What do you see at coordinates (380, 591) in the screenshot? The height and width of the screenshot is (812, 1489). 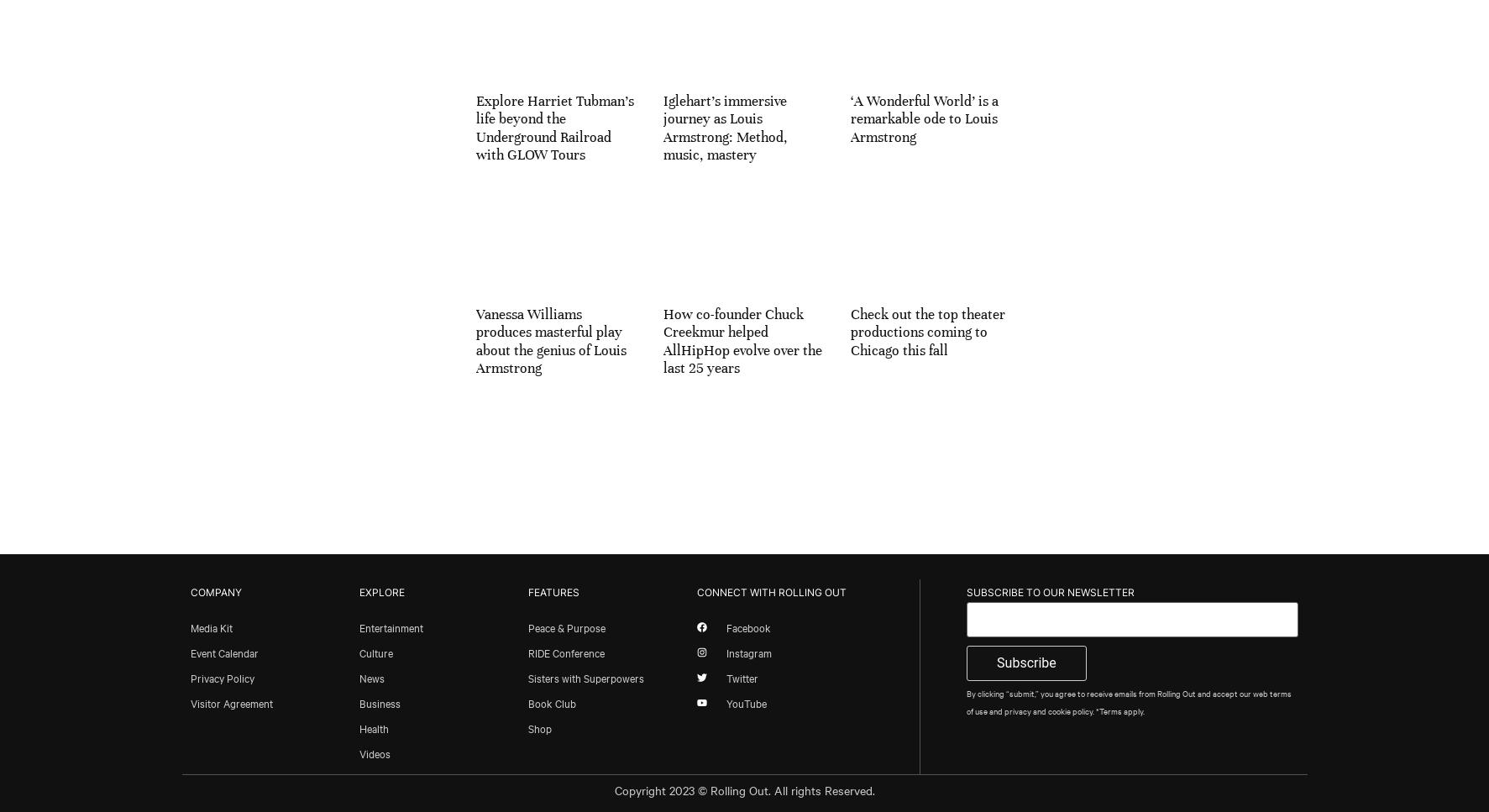 I see `'Explore'` at bounding box center [380, 591].